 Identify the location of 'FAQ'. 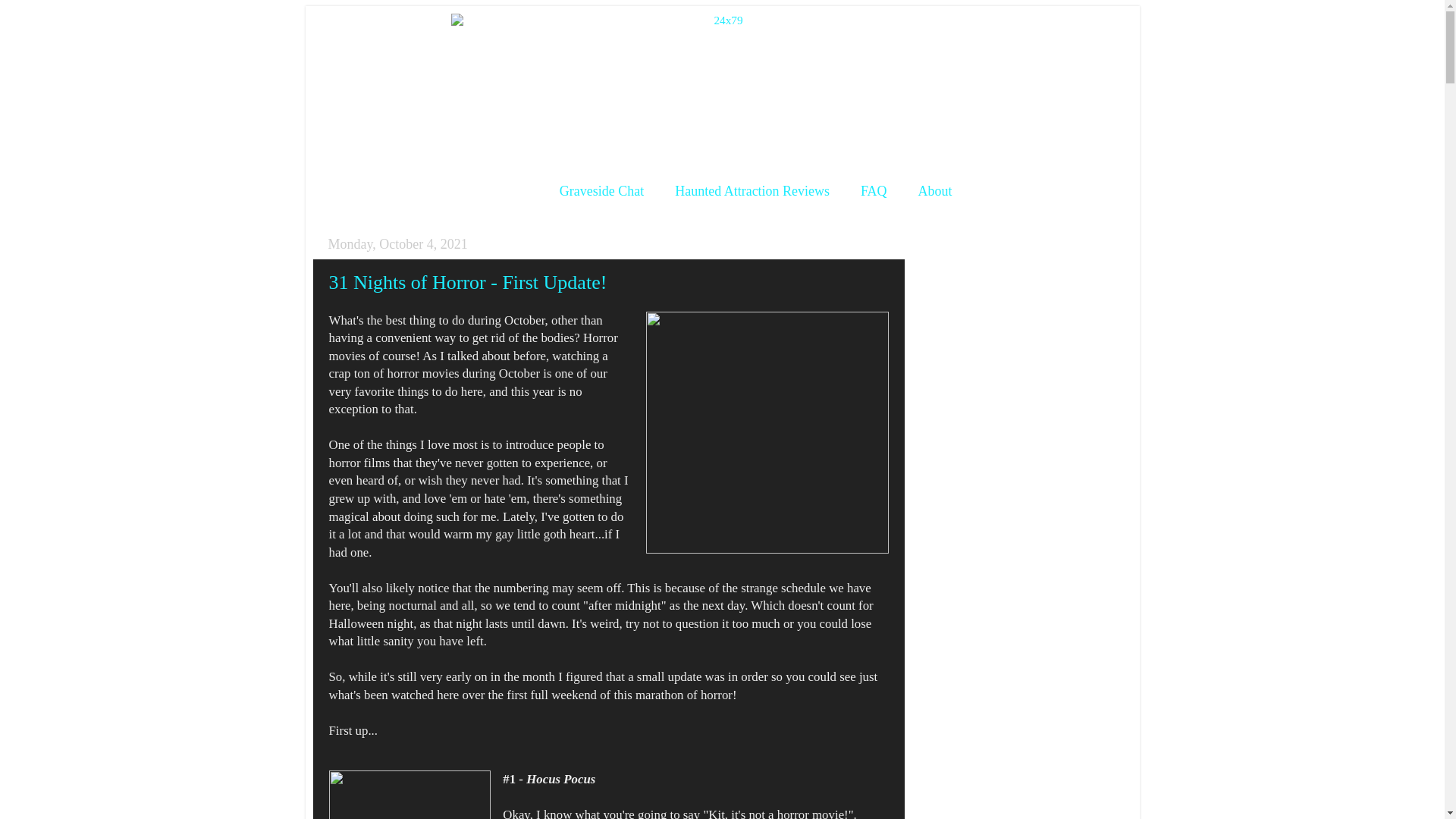
(846, 190).